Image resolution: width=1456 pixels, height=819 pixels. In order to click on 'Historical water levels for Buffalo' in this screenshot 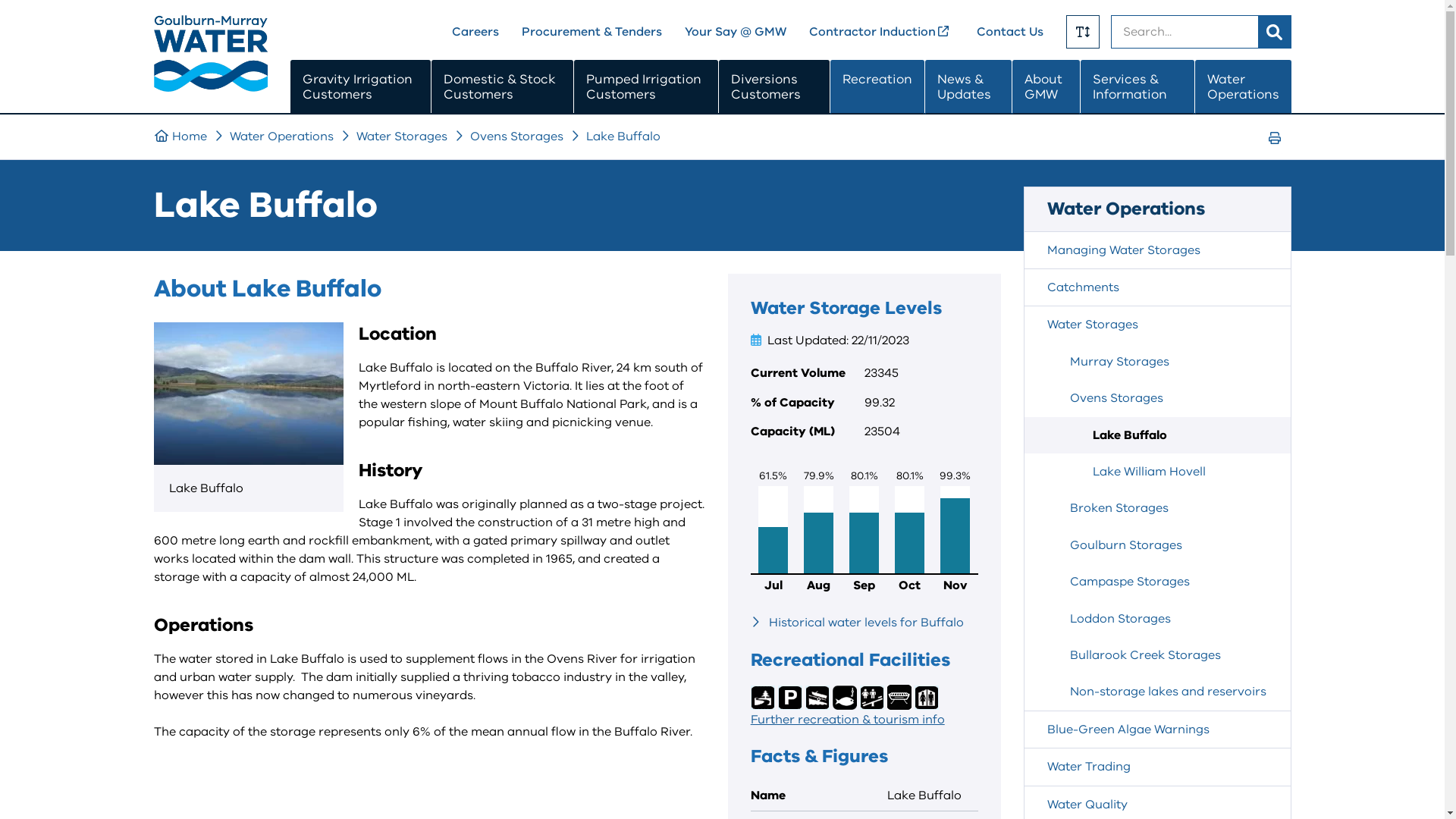, I will do `click(866, 623)`.